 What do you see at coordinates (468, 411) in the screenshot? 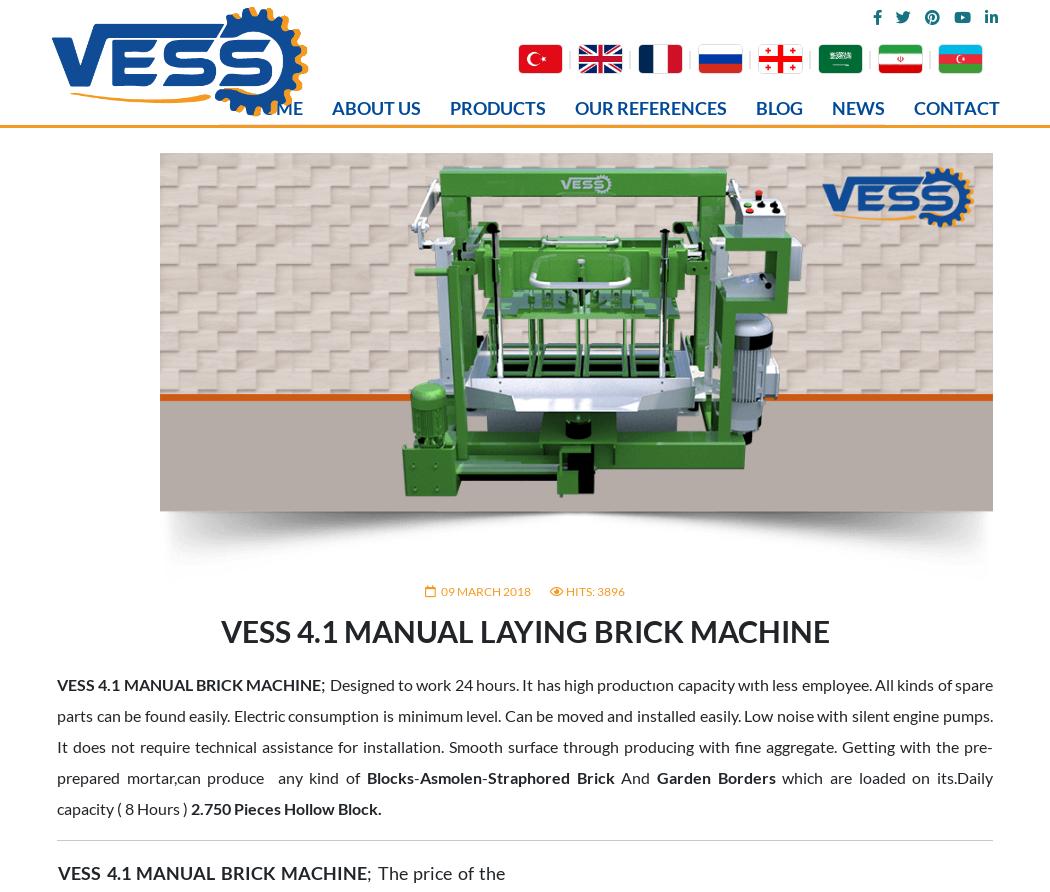
I see `'1/2'` at bounding box center [468, 411].